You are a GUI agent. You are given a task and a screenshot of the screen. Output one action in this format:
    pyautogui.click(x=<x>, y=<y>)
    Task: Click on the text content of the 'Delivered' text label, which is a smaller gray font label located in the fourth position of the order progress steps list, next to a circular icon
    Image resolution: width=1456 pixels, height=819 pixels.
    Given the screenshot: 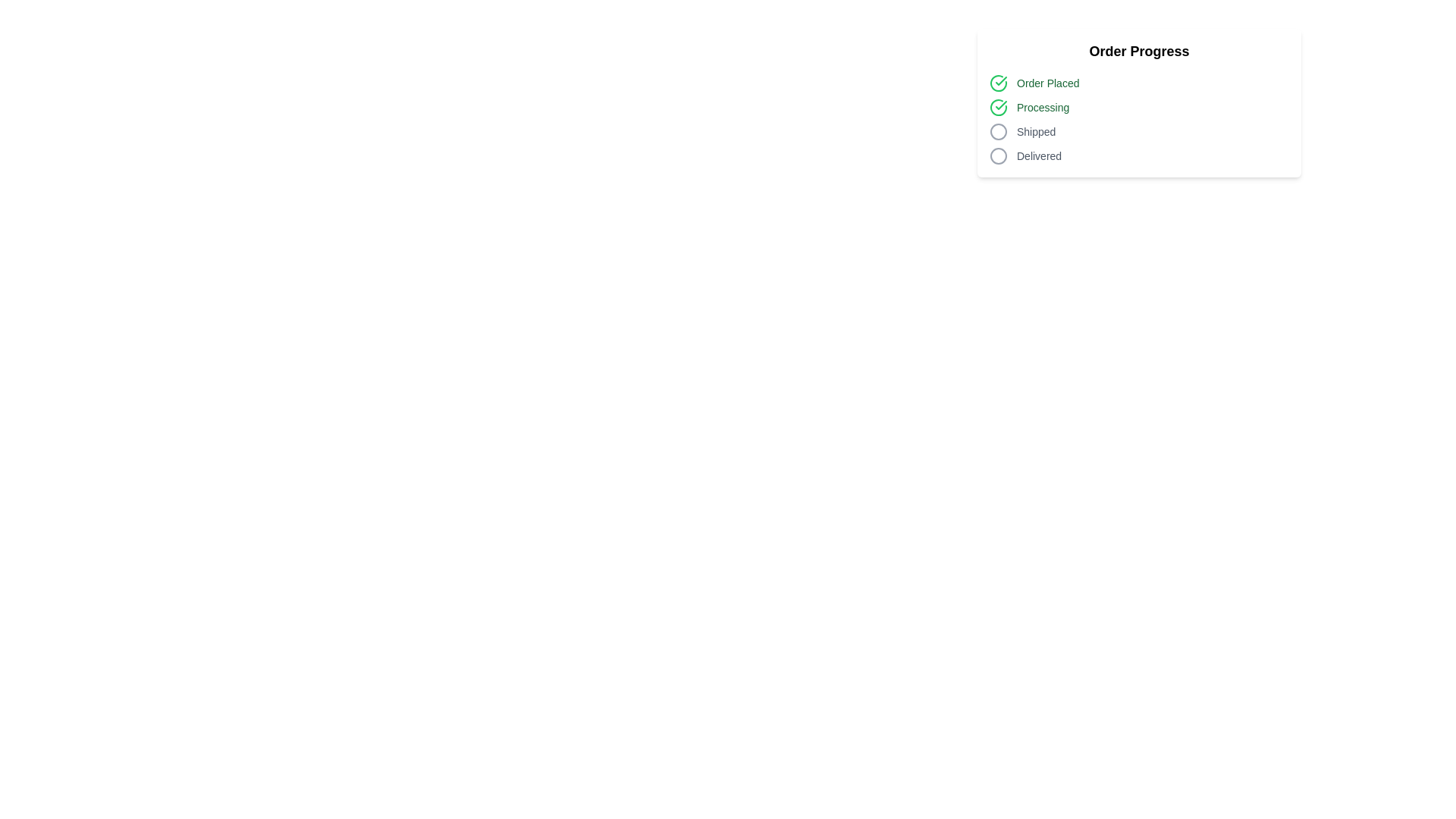 What is the action you would take?
    pyautogui.click(x=1038, y=155)
    